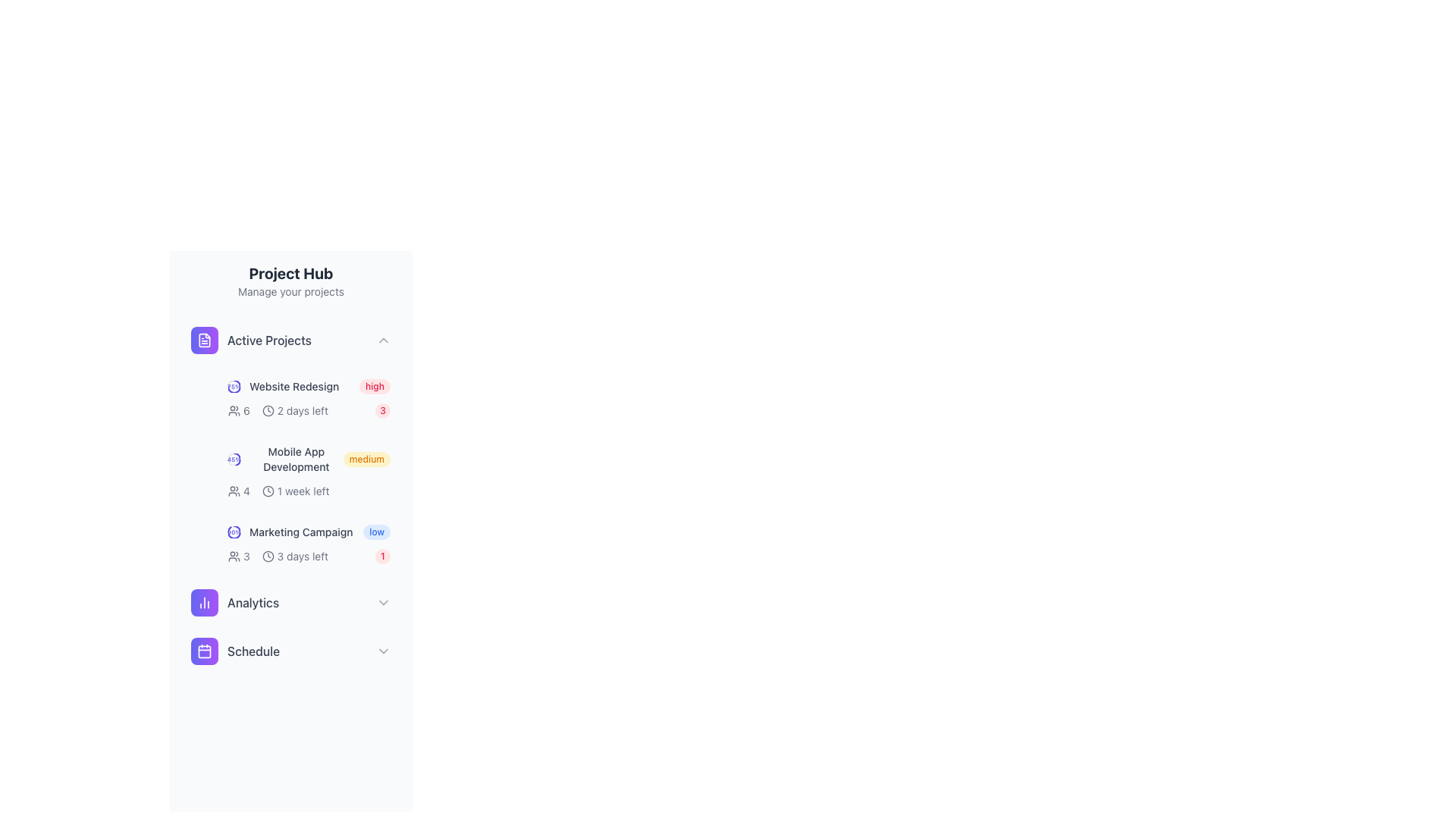 This screenshot has width=1456, height=819. I want to click on the label/tag element displaying the text 'low' with a blue background in the 'Marketing Campaign' row under the 'Active Projects' section, so click(377, 532).